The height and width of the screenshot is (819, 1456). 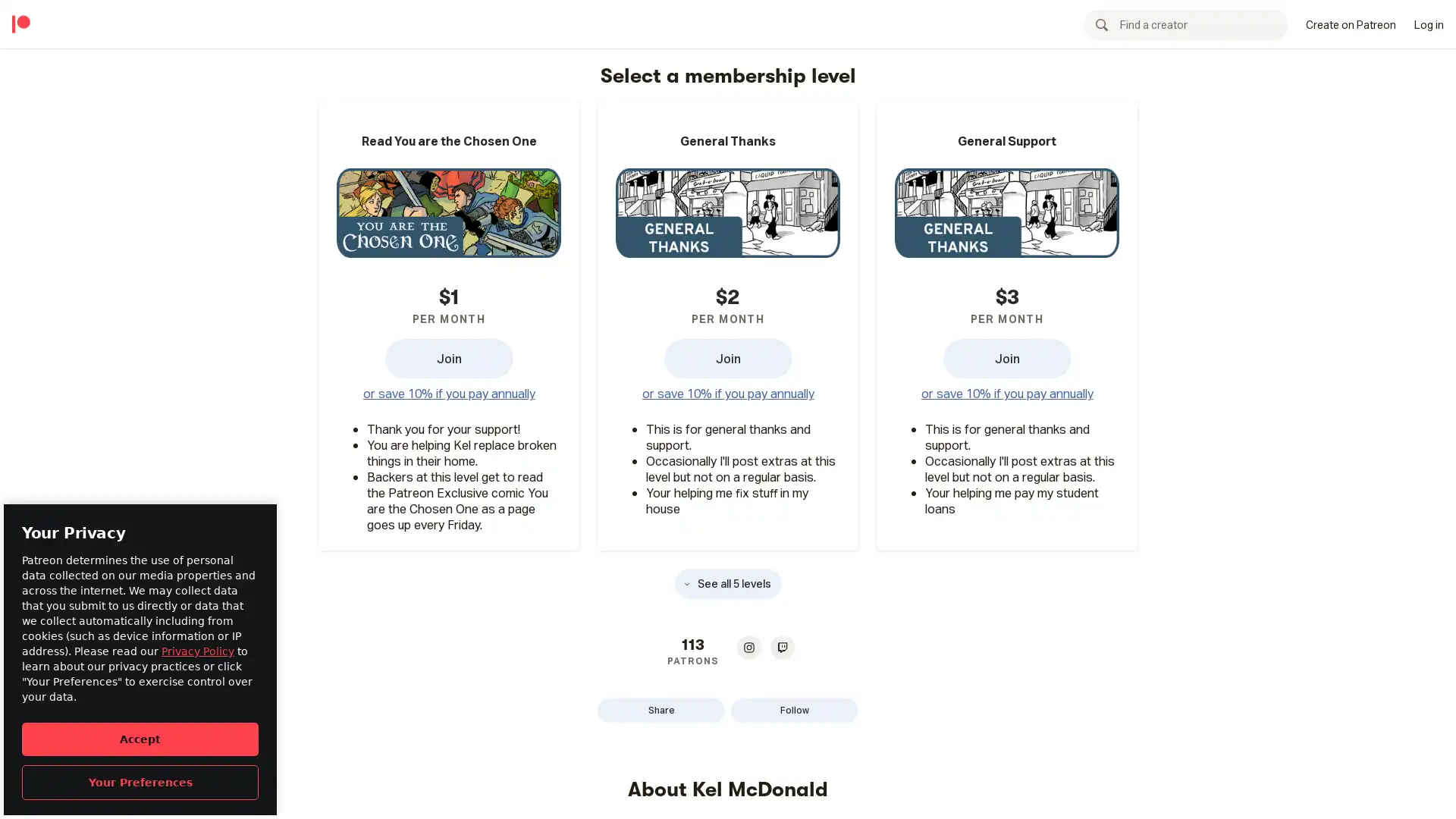 I want to click on General Support Join, so click(x=1006, y=357).